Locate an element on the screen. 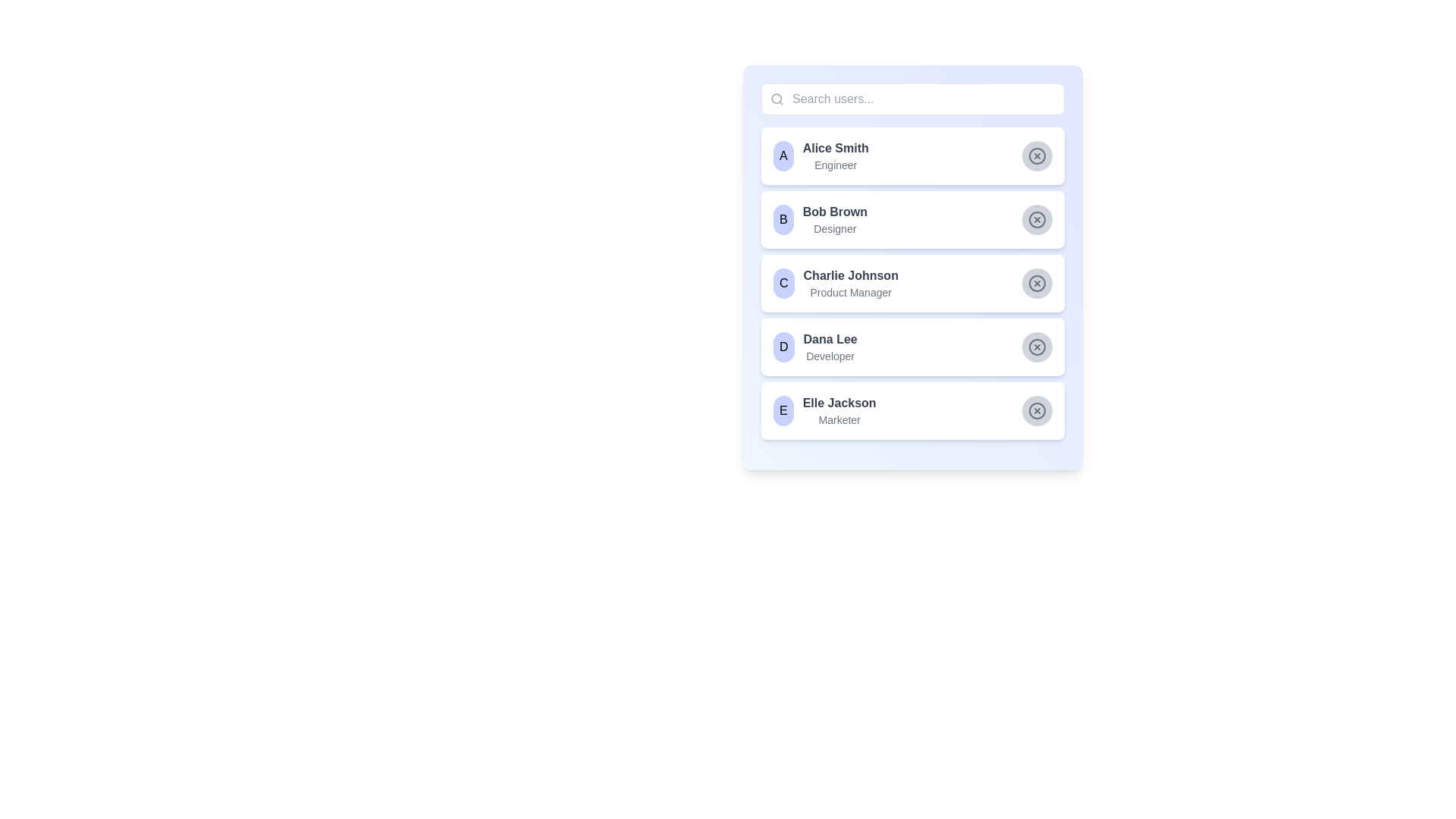  the circular icon resembling a 'close' or 'remove' button located at the top-right corner of the card labeled 'Alice Smith, Engineer' is located at coordinates (1037, 155).